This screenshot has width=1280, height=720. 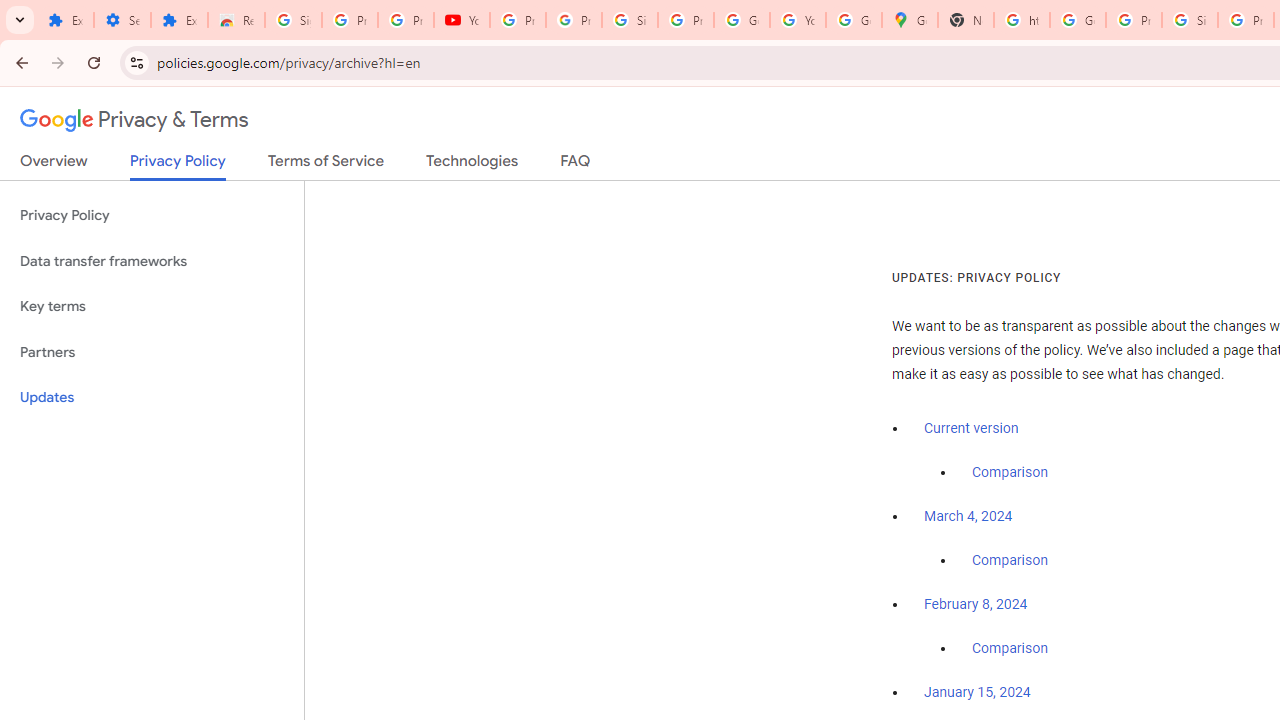 What do you see at coordinates (151, 260) in the screenshot?
I see `'Data transfer frameworks'` at bounding box center [151, 260].